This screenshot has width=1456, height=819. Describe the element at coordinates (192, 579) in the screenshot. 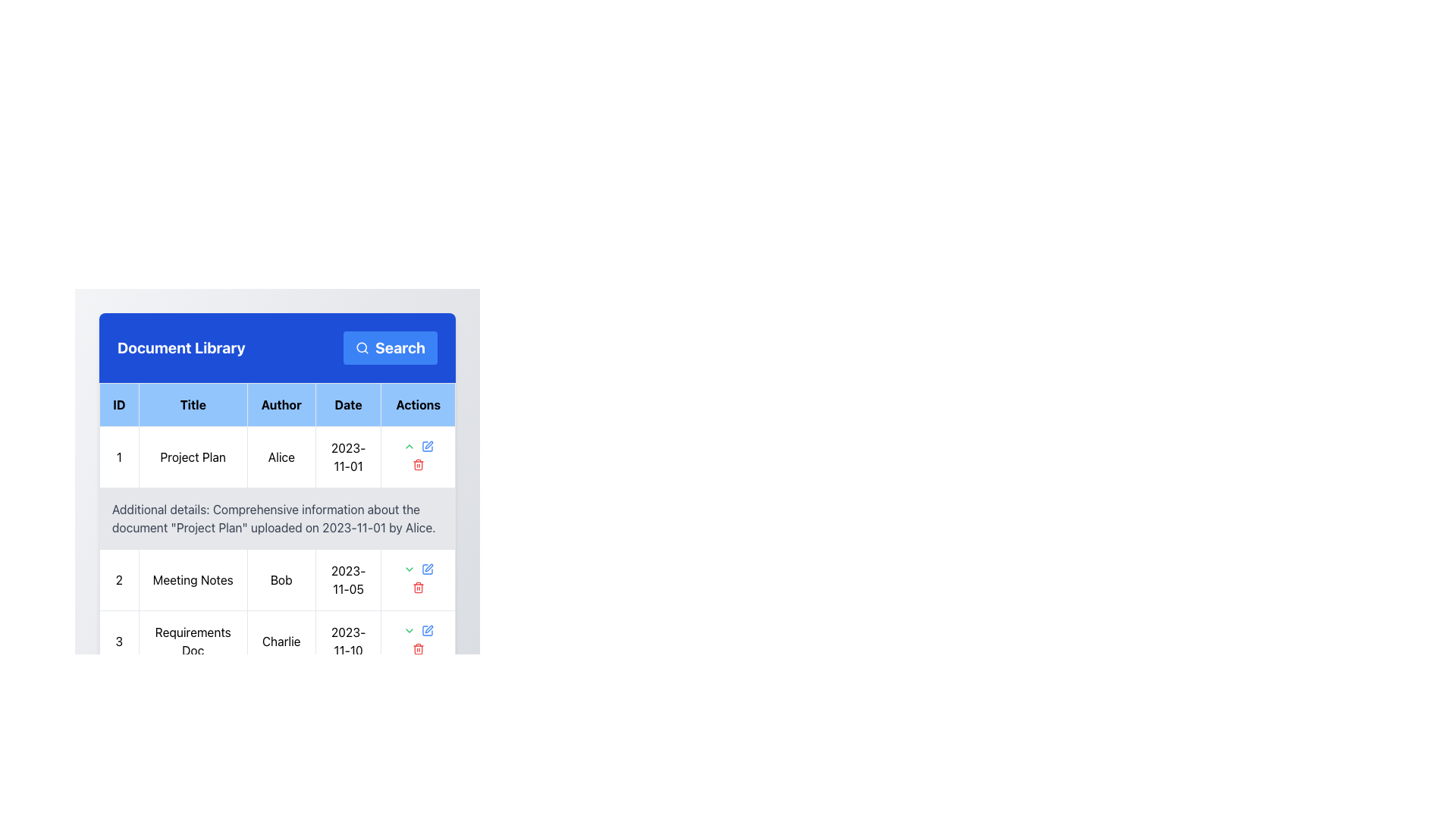

I see `the text label displaying 'Meeting Notes' for reading` at that location.